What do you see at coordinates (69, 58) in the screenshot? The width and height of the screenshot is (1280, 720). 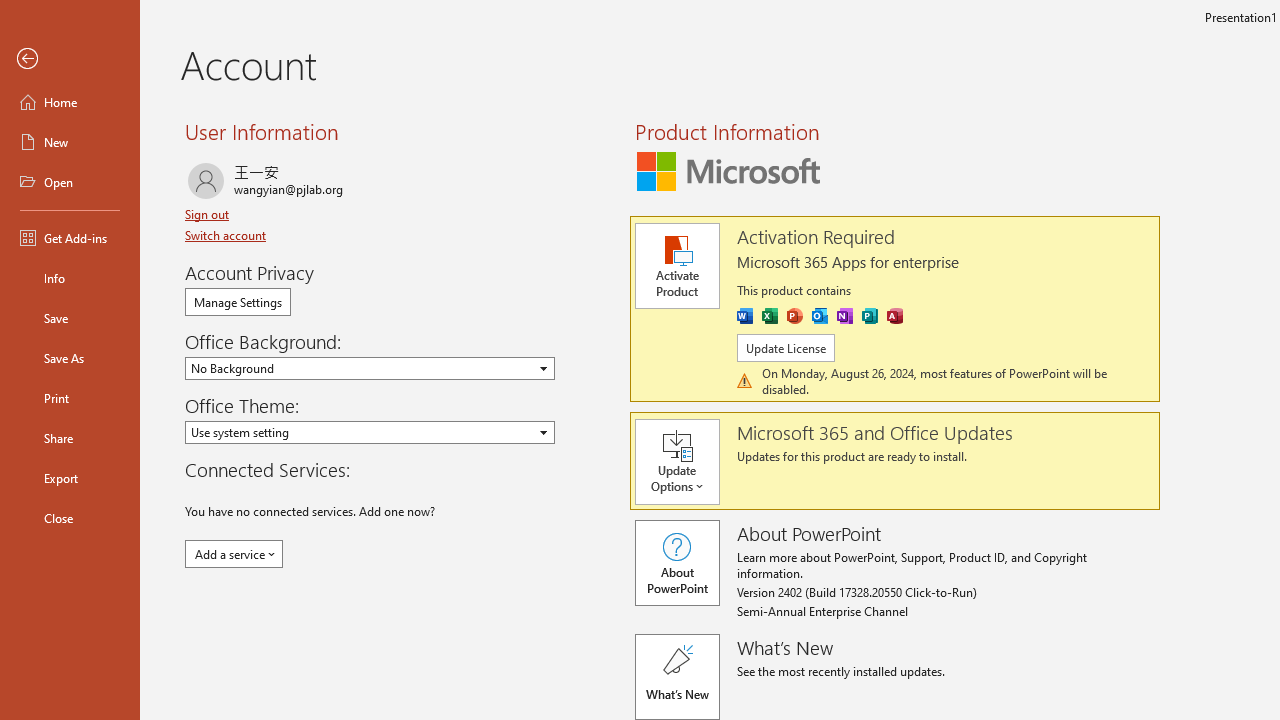 I see `'Back'` at bounding box center [69, 58].